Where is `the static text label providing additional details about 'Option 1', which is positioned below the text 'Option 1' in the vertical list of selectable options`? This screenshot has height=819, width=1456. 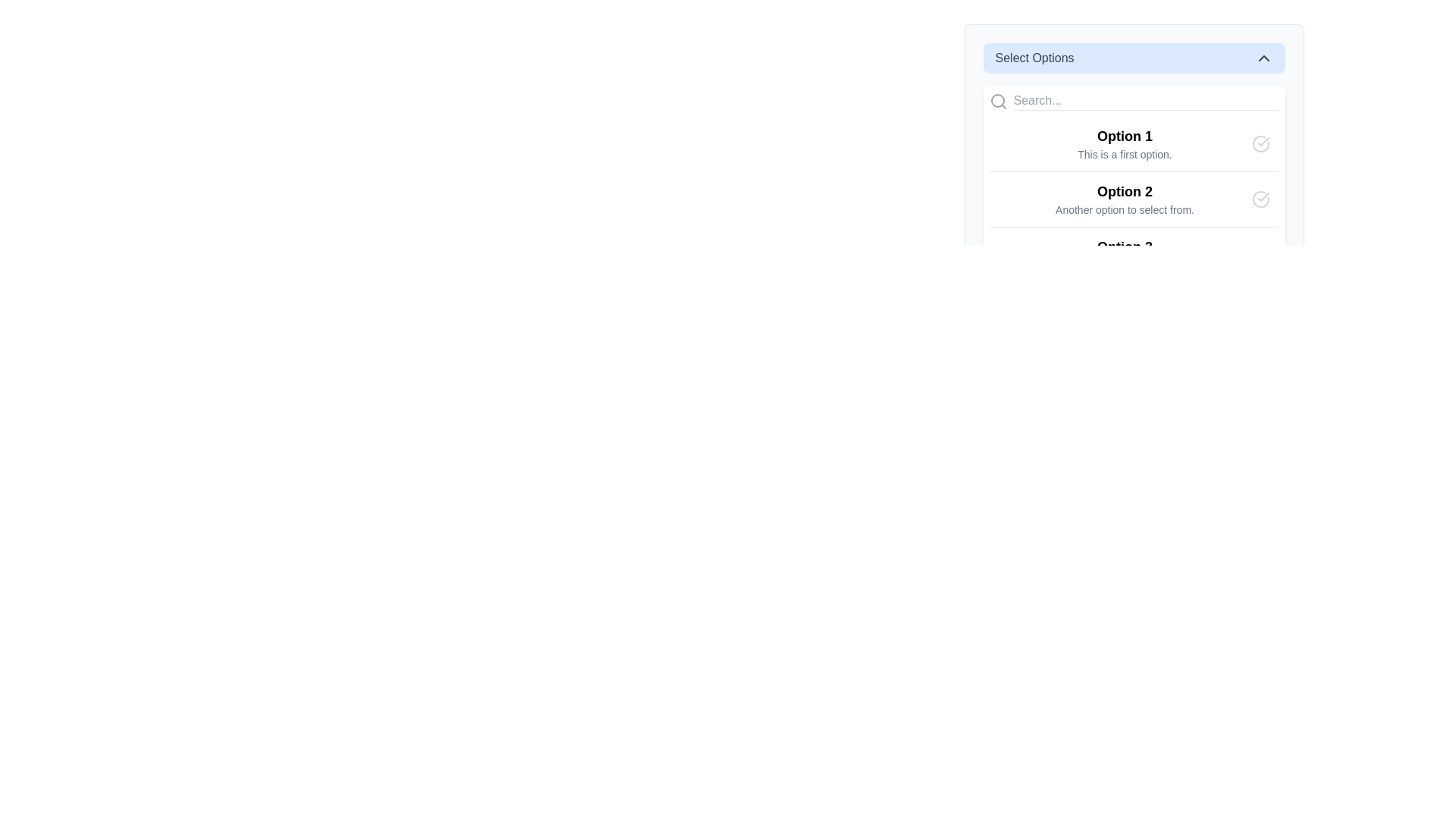 the static text label providing additional details about 'Option 1', which is positioned below the text 'Option 1' in the vertical list of selectable options is located at coordinates (1125, 155).